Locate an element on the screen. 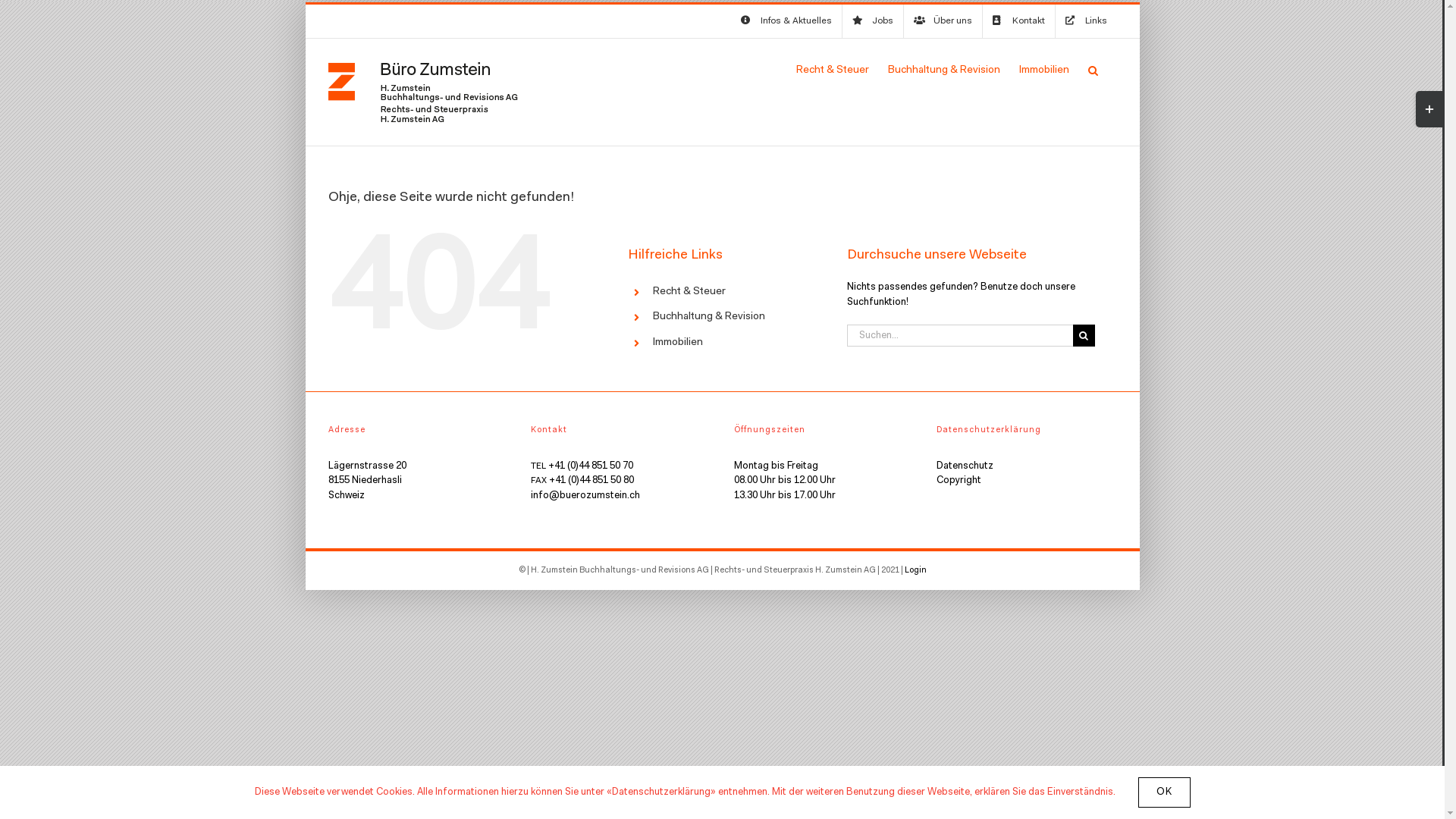 Image resolution: width=1456 pixels, height=819 pixels. 'Infos & Aktuelles' is located at coordinates (786, 20).